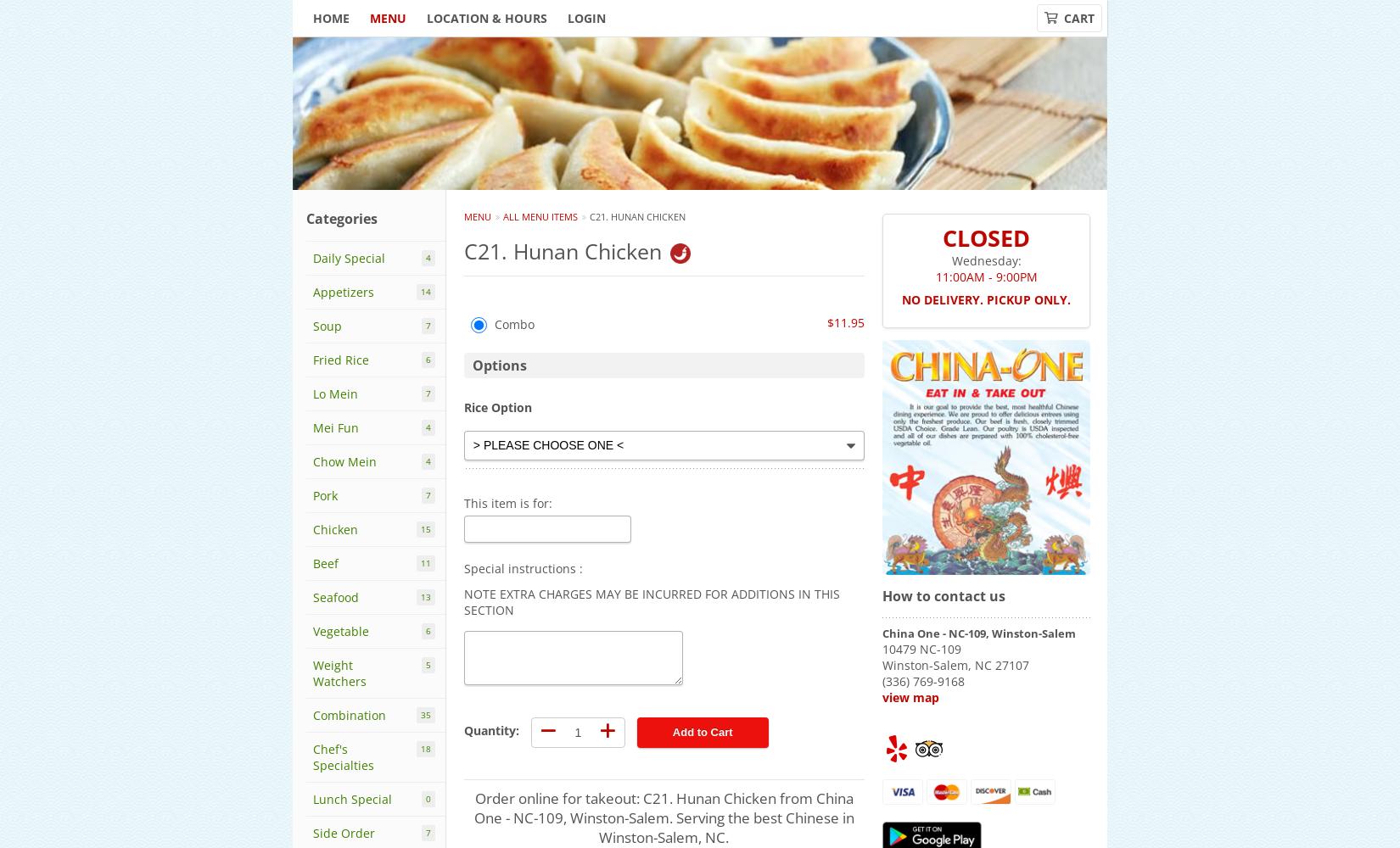  What do you see at coordinates (921, 649) in the screenshot?
I see `'10479 NC-109'` at bounding box center [921, 649].